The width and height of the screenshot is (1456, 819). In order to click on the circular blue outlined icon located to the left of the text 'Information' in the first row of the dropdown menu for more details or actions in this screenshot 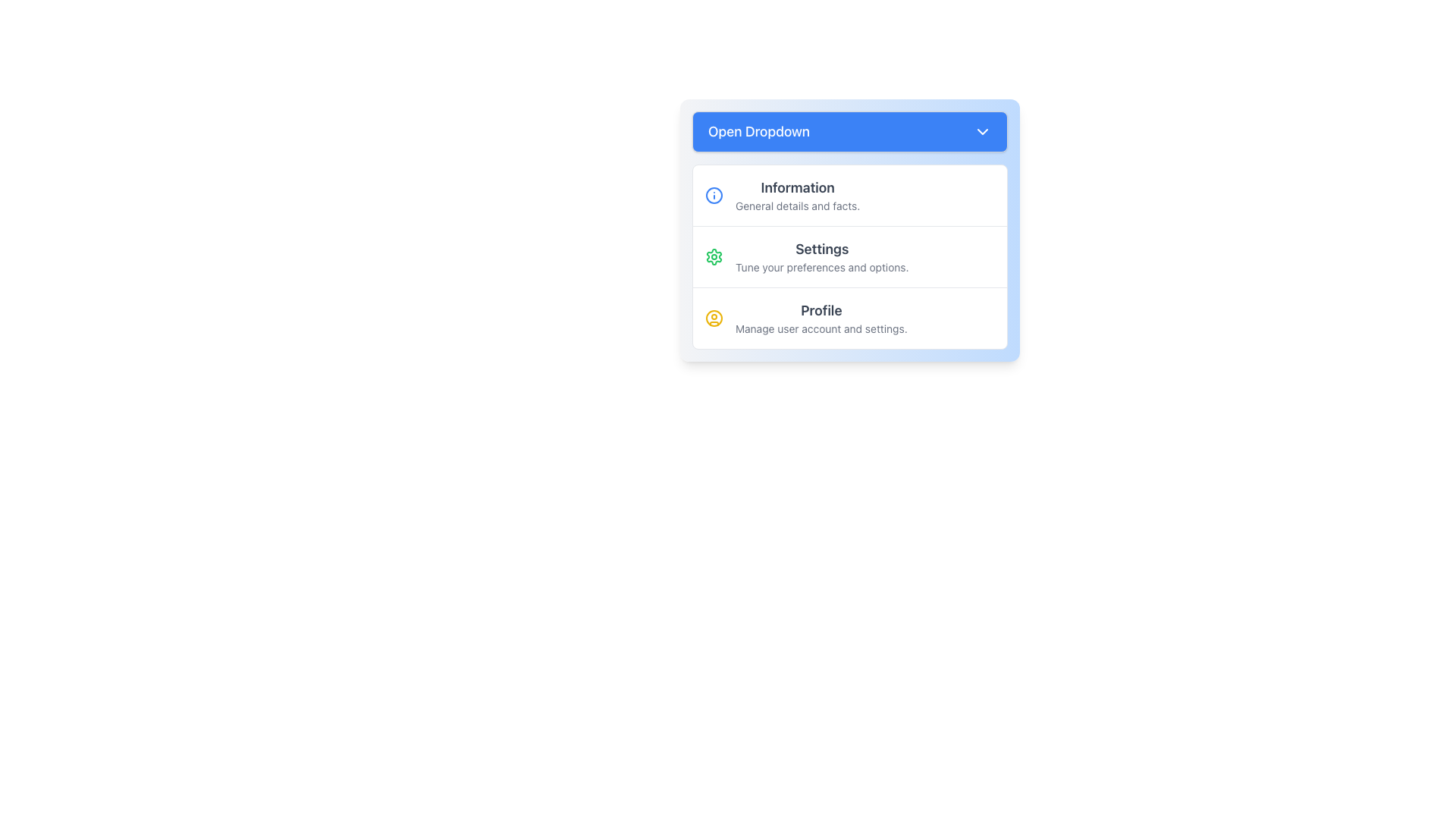, I will do `click(713, 195)`.